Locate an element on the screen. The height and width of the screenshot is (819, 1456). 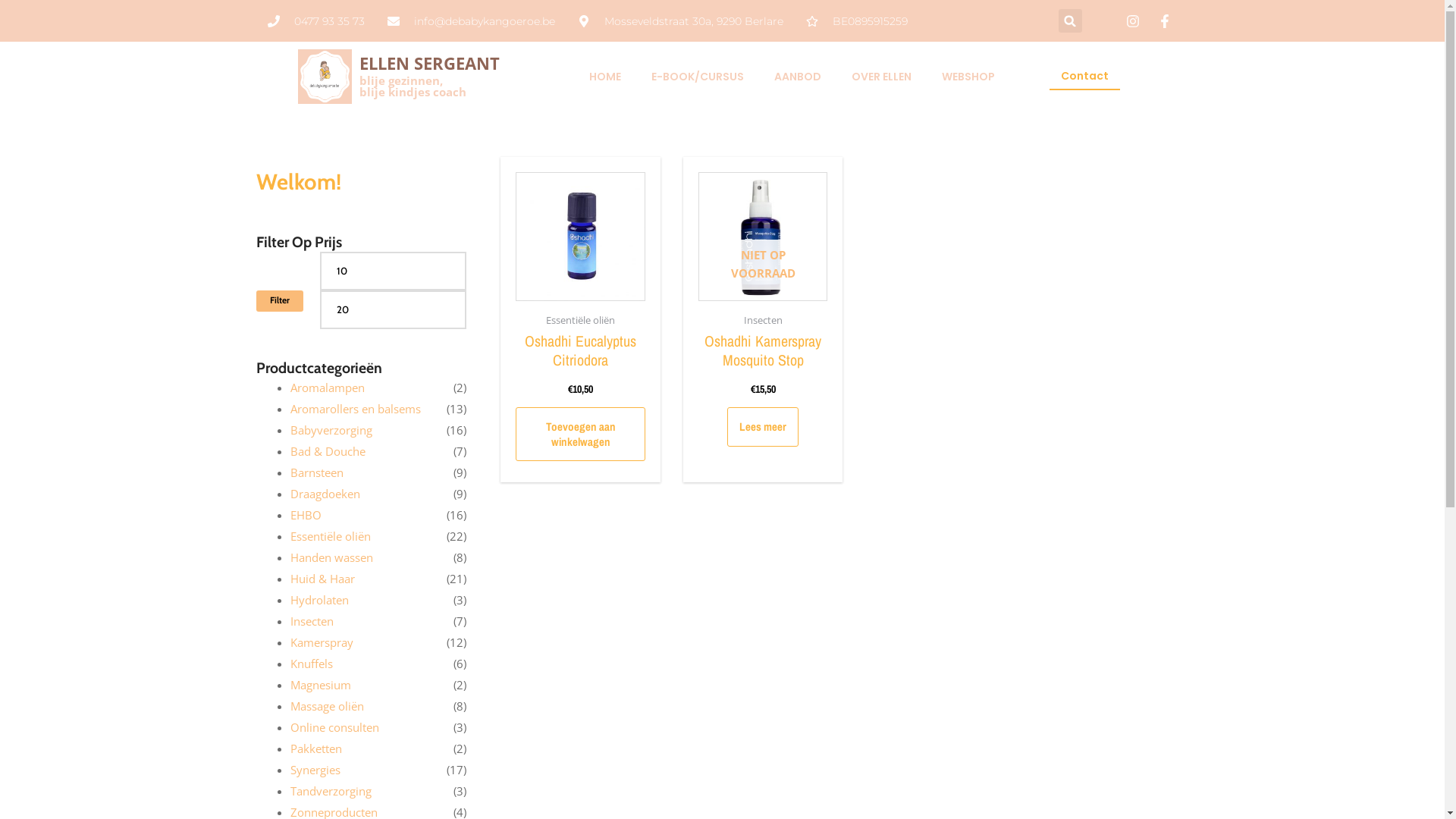
'Handen wassen' is located at coordinates (290, 557).